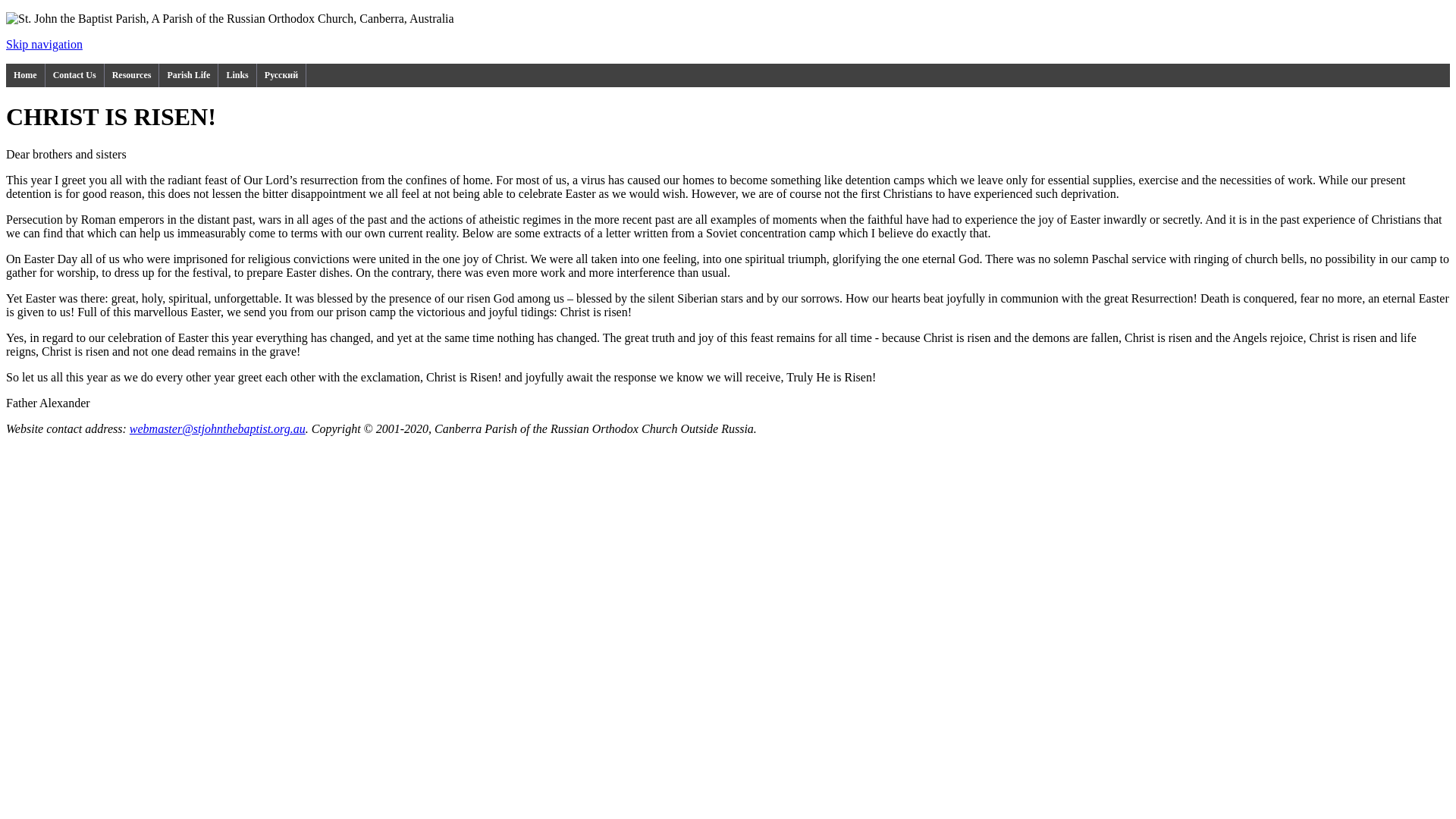 The image size is (1456, 819). Describe the element at coordinates (132, 75) in the screenshot. I see `'Resources'` at that location.